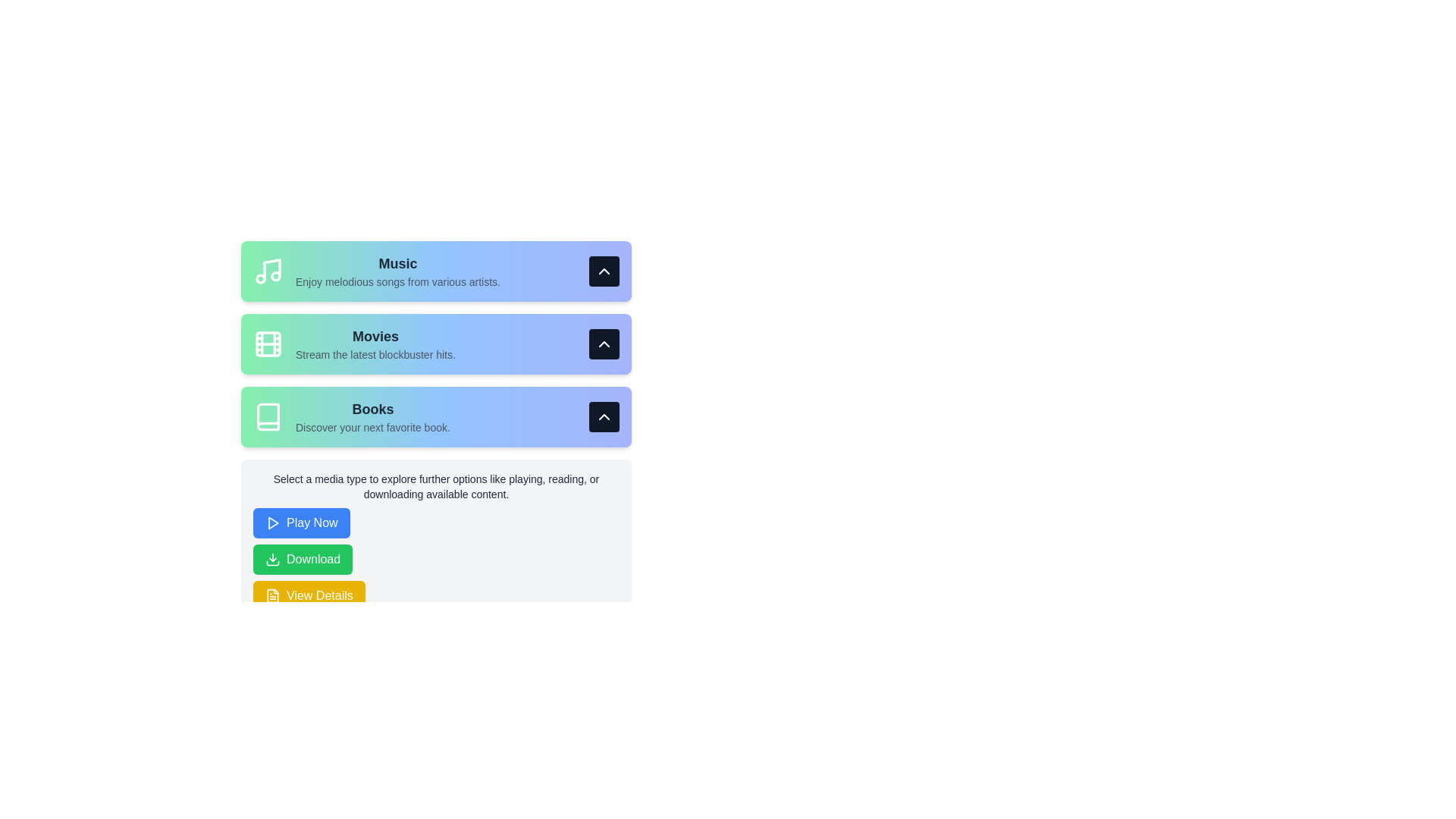 This screenshot has width=1456, height=819. Describe the element at coordinates (372, 409) in the screenshot. I see `the bold text label reading 'Books', which is located in the middle section of the layout, specifically in the 'Books' section, above the 'Details' section` at that location.